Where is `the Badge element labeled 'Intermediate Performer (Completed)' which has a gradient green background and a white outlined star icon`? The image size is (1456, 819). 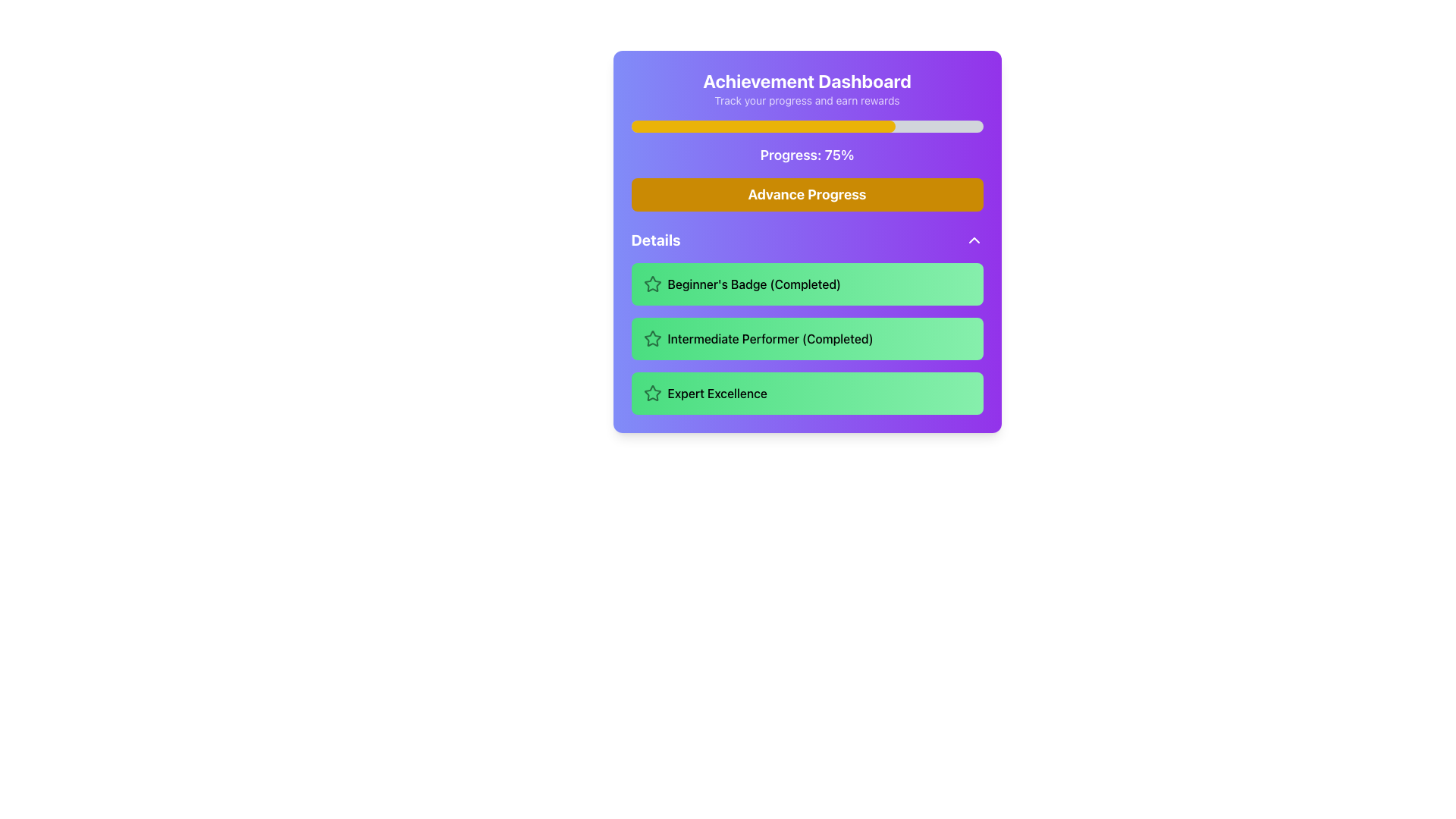
the Badge element labeled 'Intermediate Performer (Completed)' which has a gradient green background and a white outlined star icon is located at coordinates (806, 338).